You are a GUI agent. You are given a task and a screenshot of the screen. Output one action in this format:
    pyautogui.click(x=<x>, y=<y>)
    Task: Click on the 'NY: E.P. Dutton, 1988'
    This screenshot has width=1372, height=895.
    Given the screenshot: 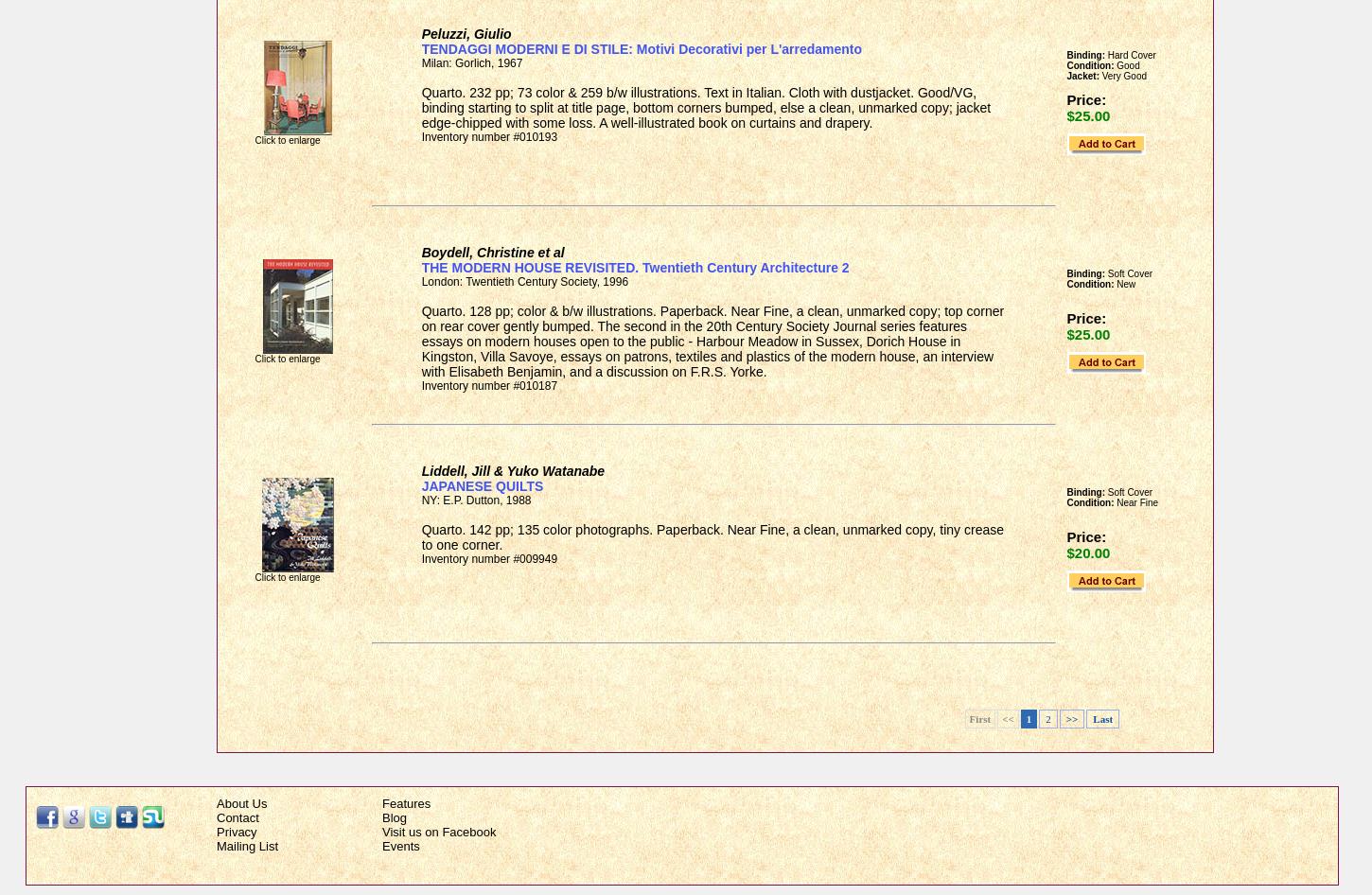 What is the action you would take?
    pyautogui.click(x=476, y=500)
    